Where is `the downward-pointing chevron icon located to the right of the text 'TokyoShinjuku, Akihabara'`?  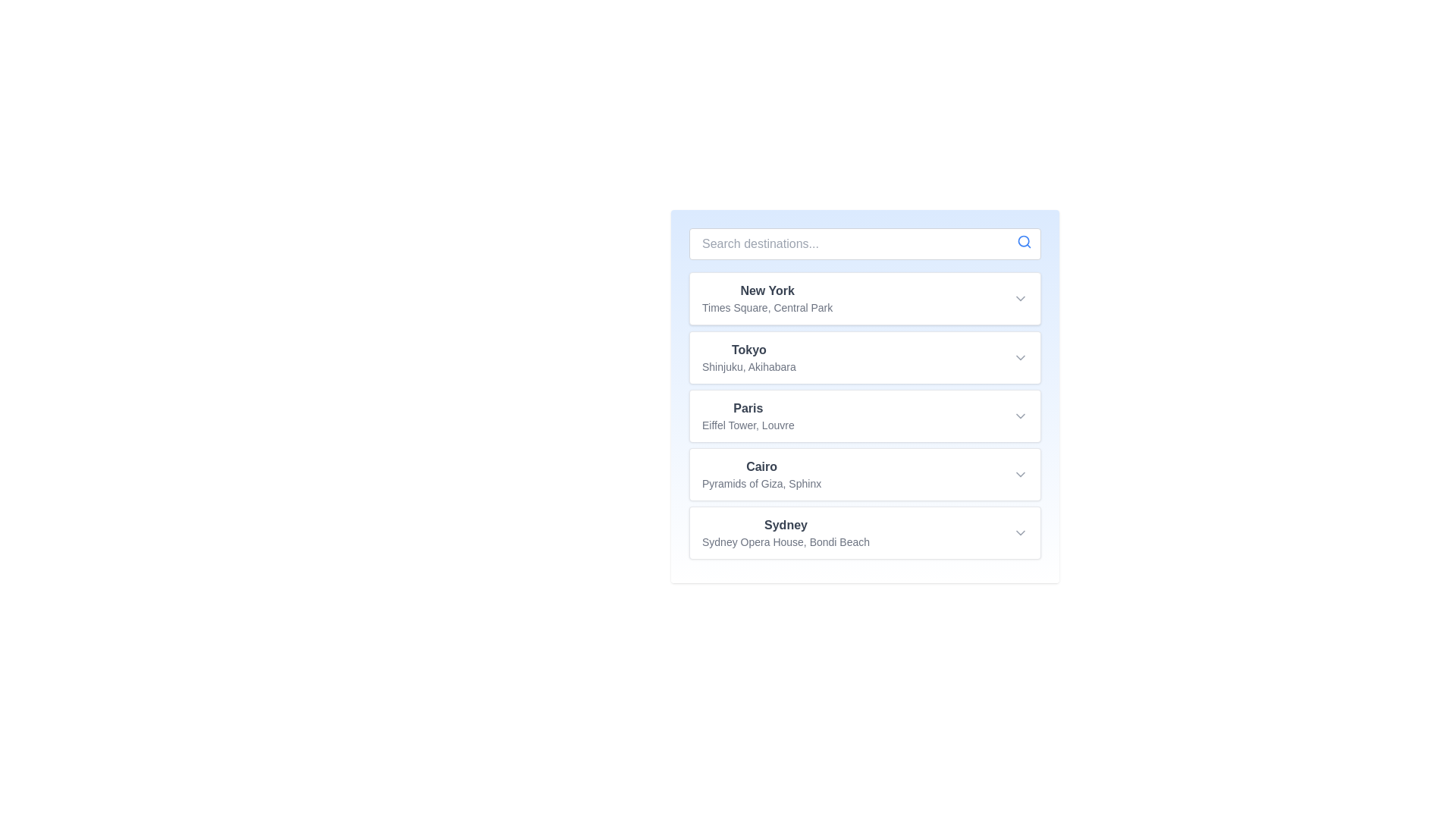 the downward-pointing chevron icon located to the right of the text 'TokyoShinjuku, Akihabara' is located at coordinates (1020, 357).